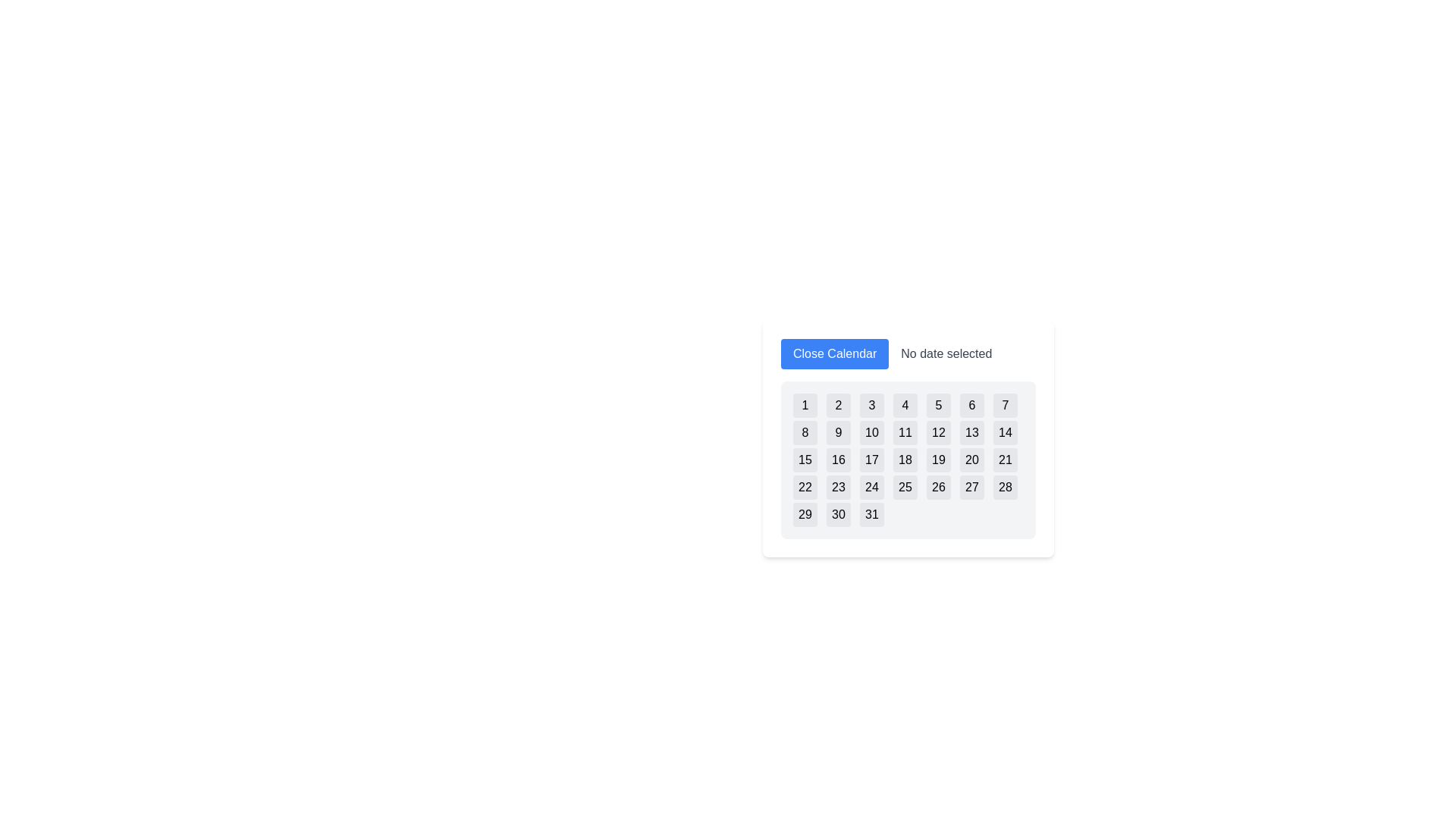  Describe the element at coordinates (837, 405) in the screenshot. I see `the square-shaped button displaying the number '2' with a light gray background` at that location.